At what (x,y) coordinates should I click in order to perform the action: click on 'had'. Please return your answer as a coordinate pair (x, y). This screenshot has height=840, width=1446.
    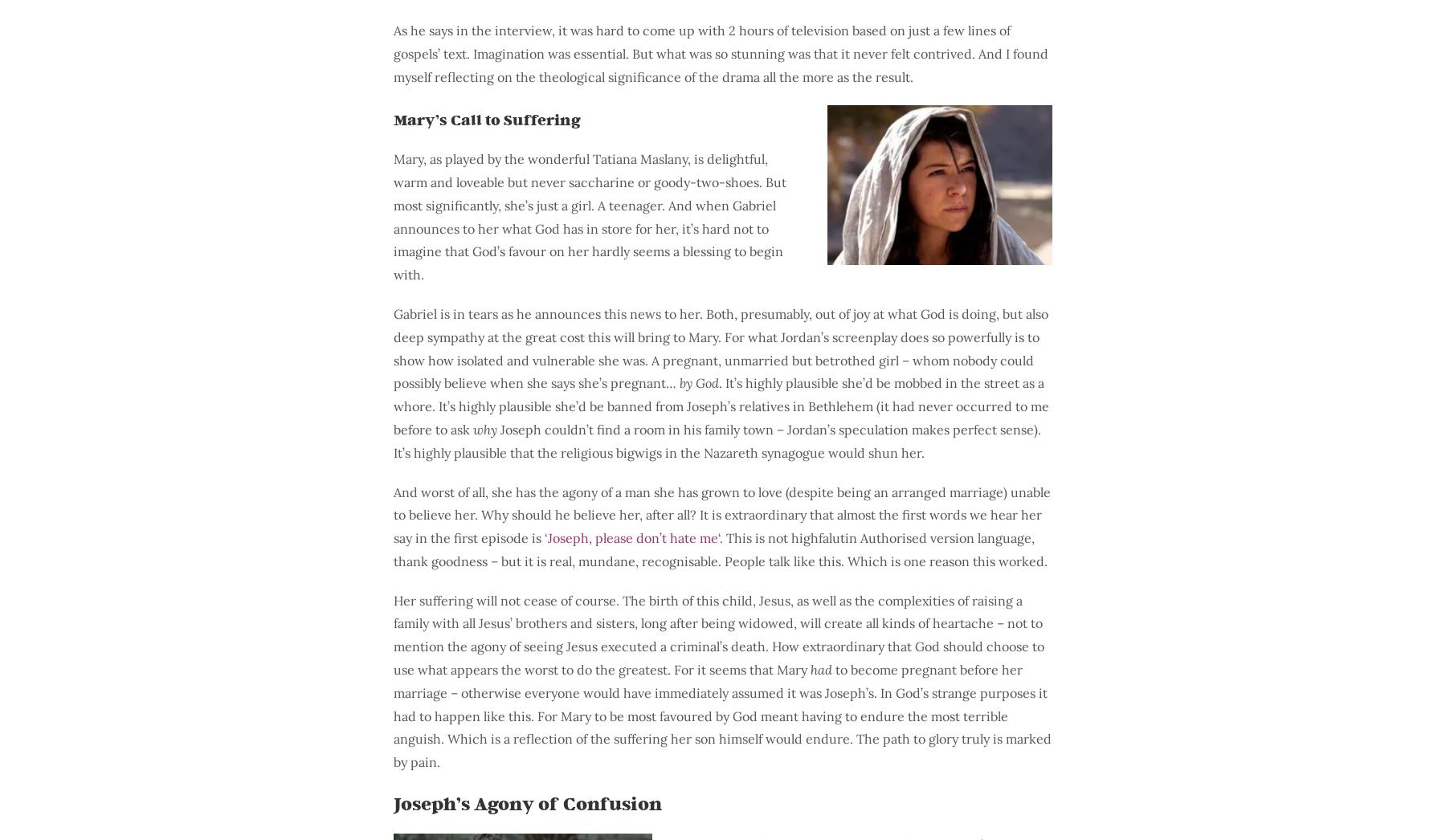
    Looking at the image, I should click on (821, 669).